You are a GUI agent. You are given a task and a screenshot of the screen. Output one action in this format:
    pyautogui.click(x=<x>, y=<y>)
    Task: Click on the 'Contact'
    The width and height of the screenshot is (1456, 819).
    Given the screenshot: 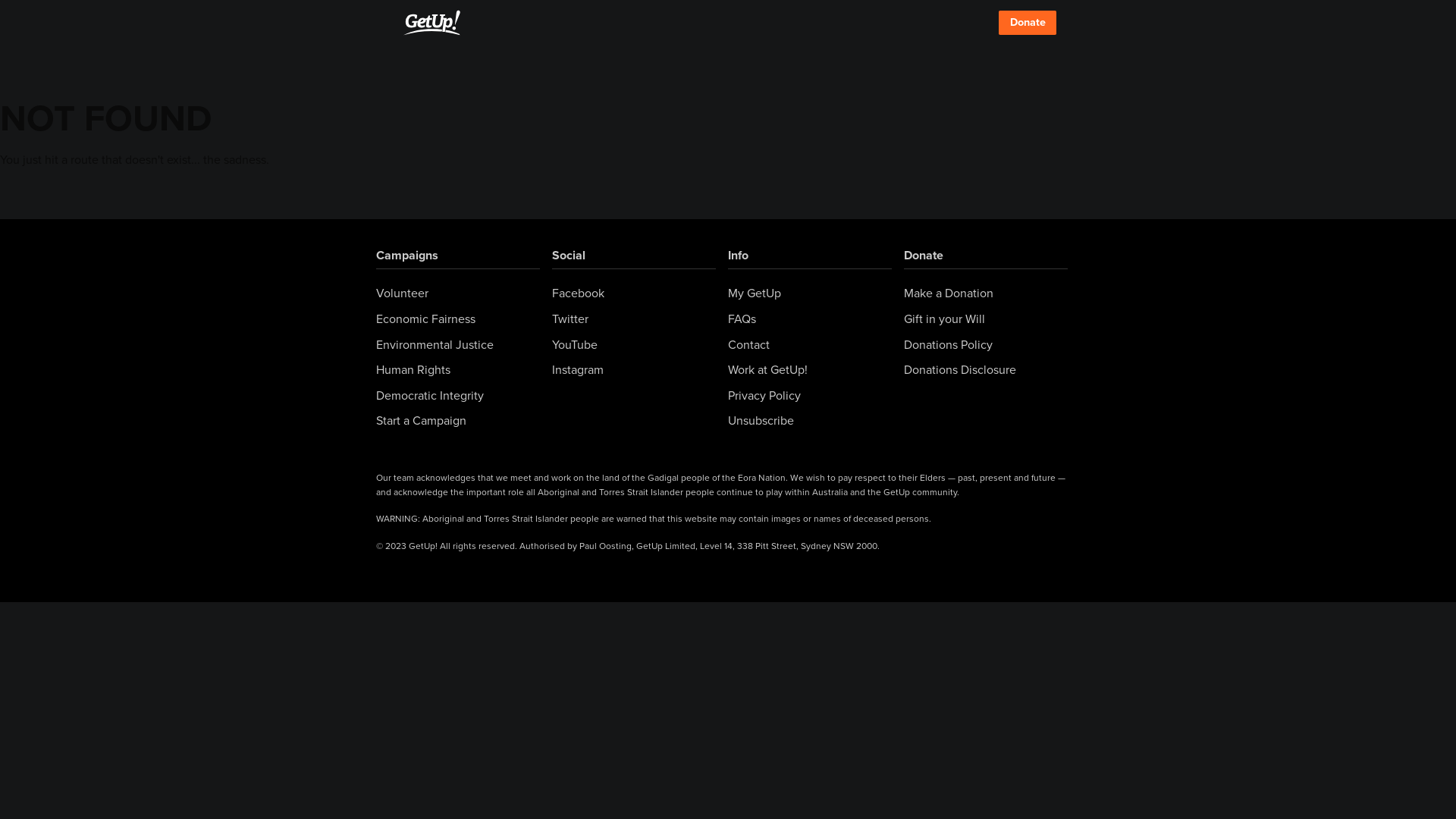 What is the action you would take?
    pyautogui.click(x=748, y=345)
    